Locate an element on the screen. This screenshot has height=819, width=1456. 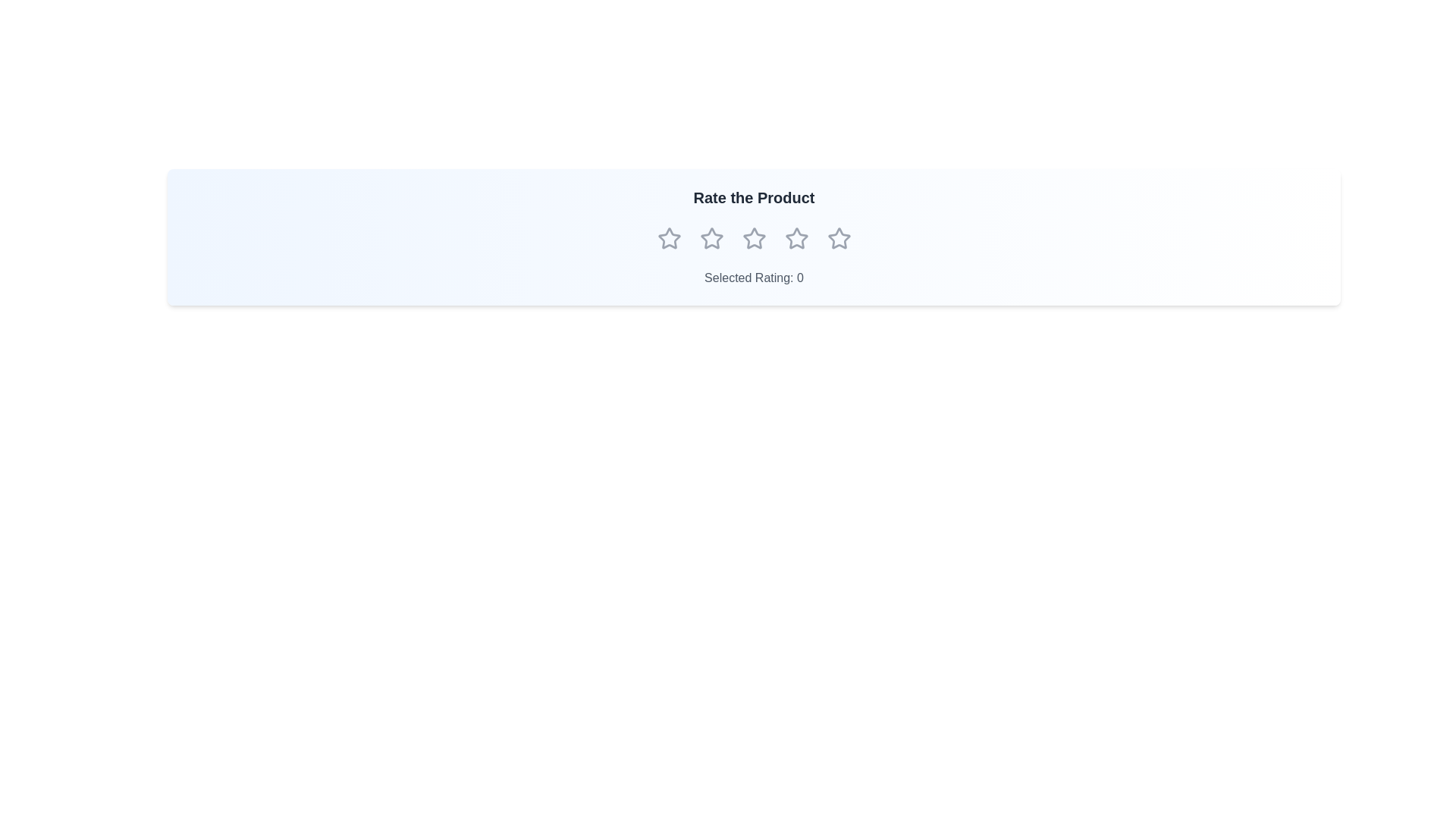
the first star in the rating input component is located at coordinates (668, 239).